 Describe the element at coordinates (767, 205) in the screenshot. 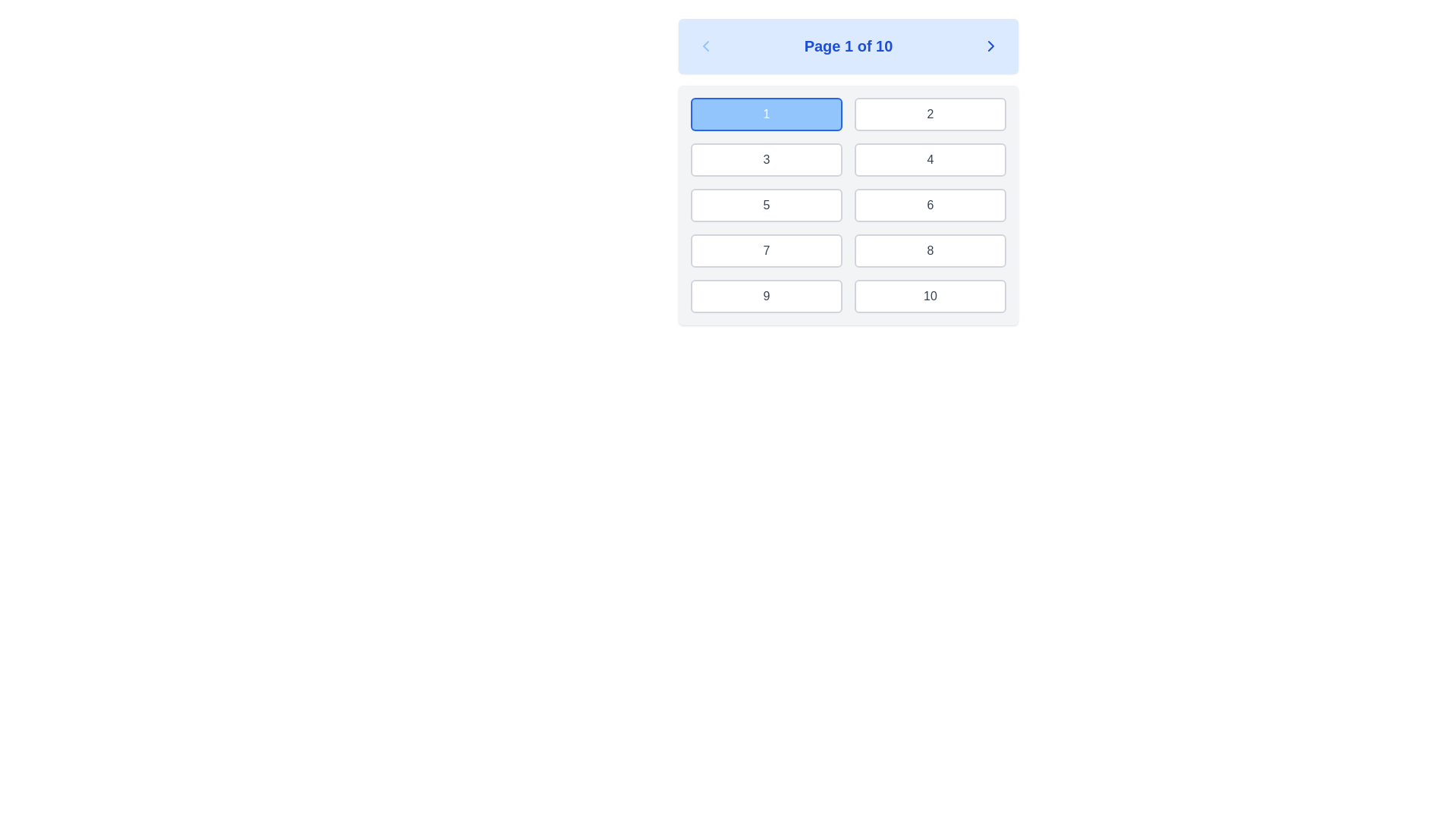

I see `the rectangular button with a light white background and the text '5' in gray font located in the first column of the third row in a 2x5 grid layout` at that location.